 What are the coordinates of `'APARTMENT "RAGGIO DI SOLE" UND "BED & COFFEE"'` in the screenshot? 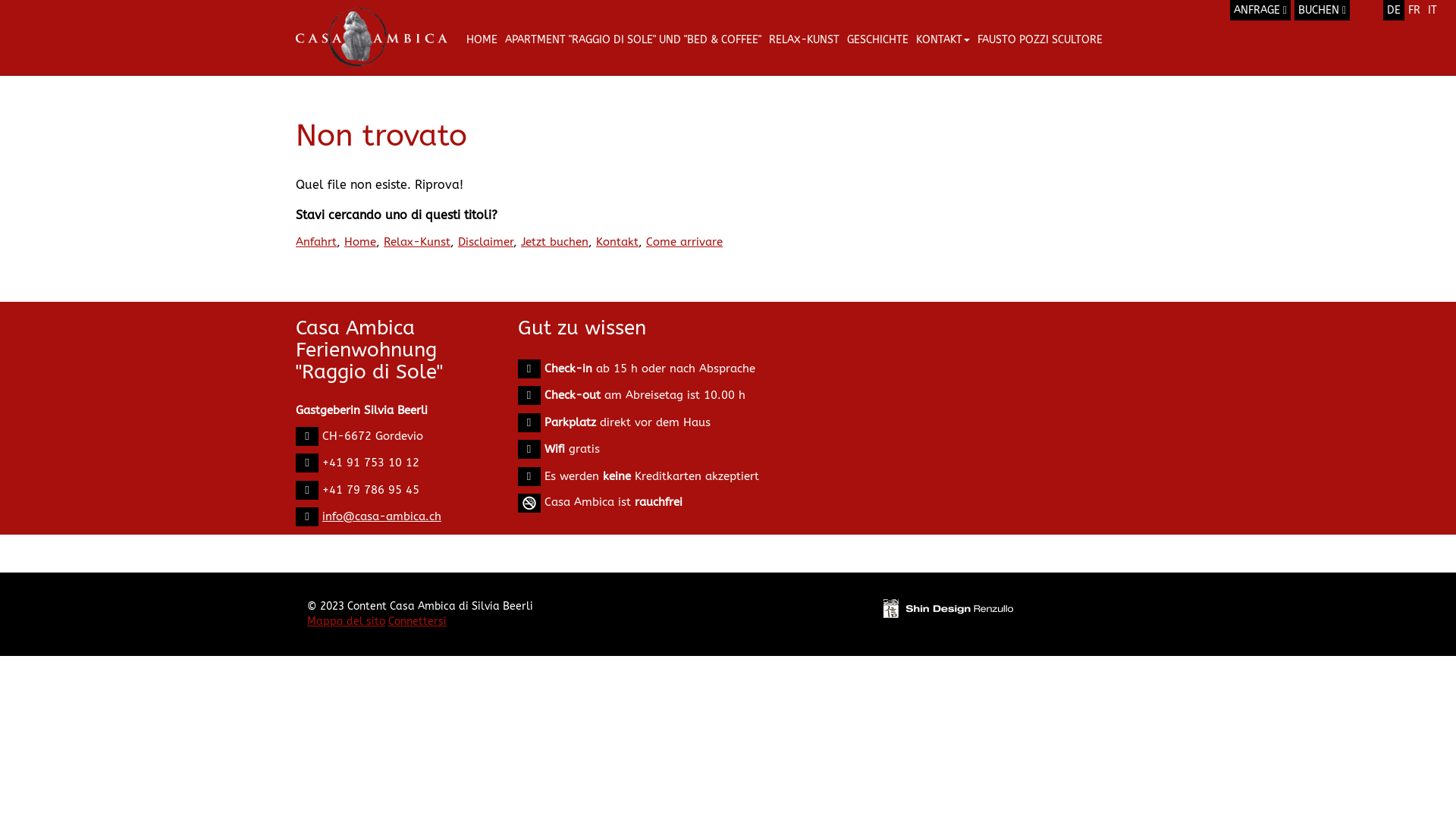 It's located at (633, 39).